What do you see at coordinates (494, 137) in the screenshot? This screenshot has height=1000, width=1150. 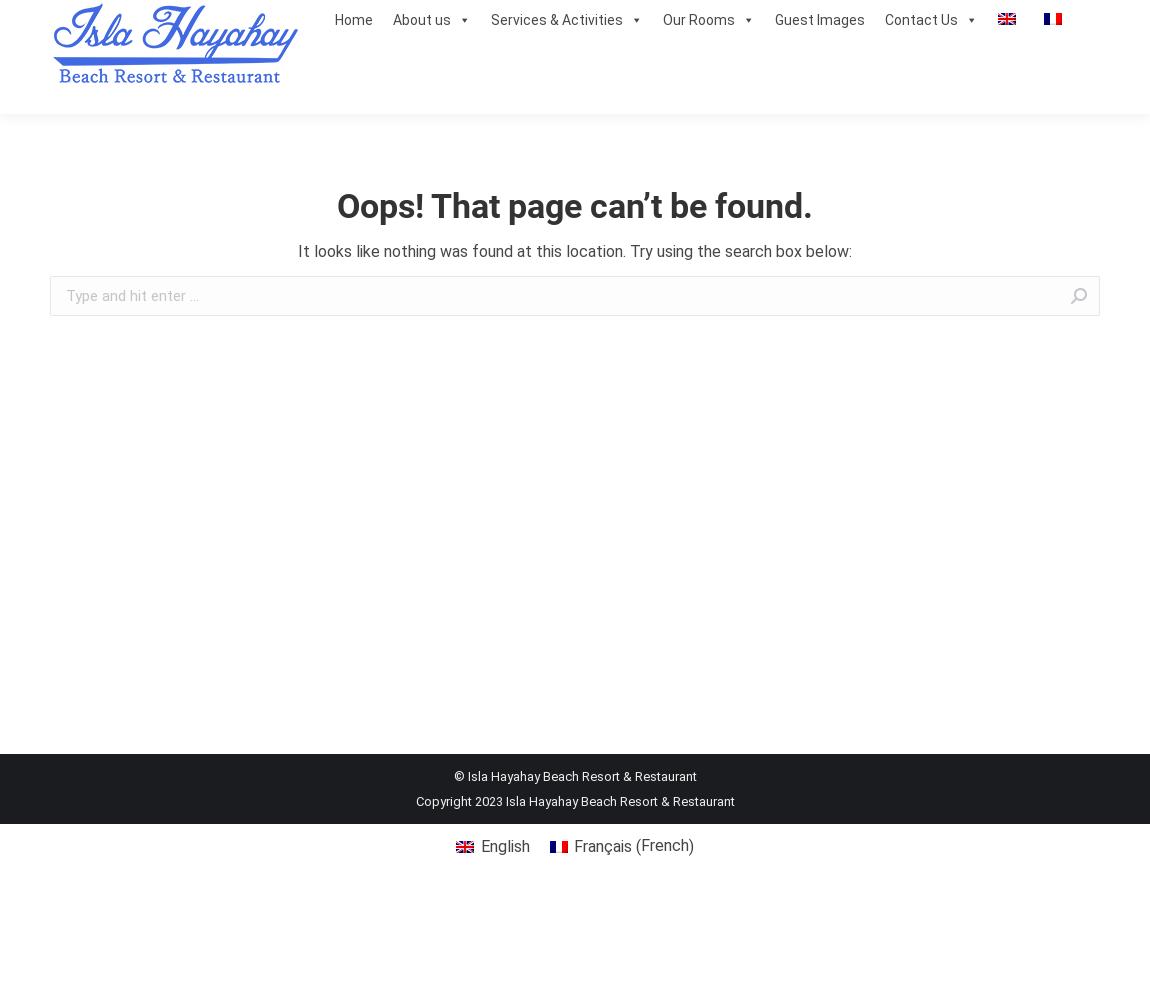 I see `'How to get to Pangangan Island'` at bounding box center [494, 137].